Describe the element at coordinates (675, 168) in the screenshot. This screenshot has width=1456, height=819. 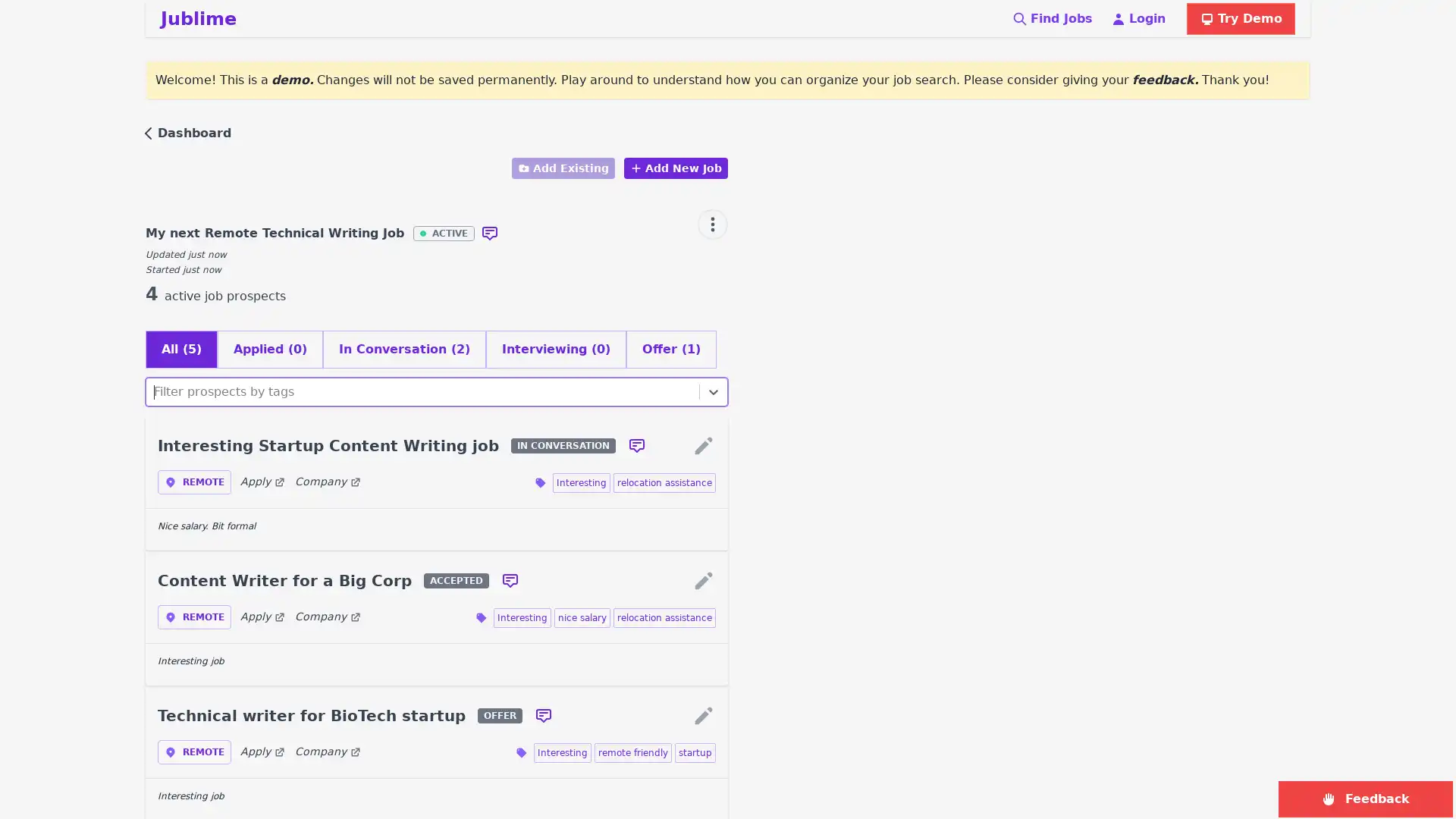
I see `Add New Job` at that location.